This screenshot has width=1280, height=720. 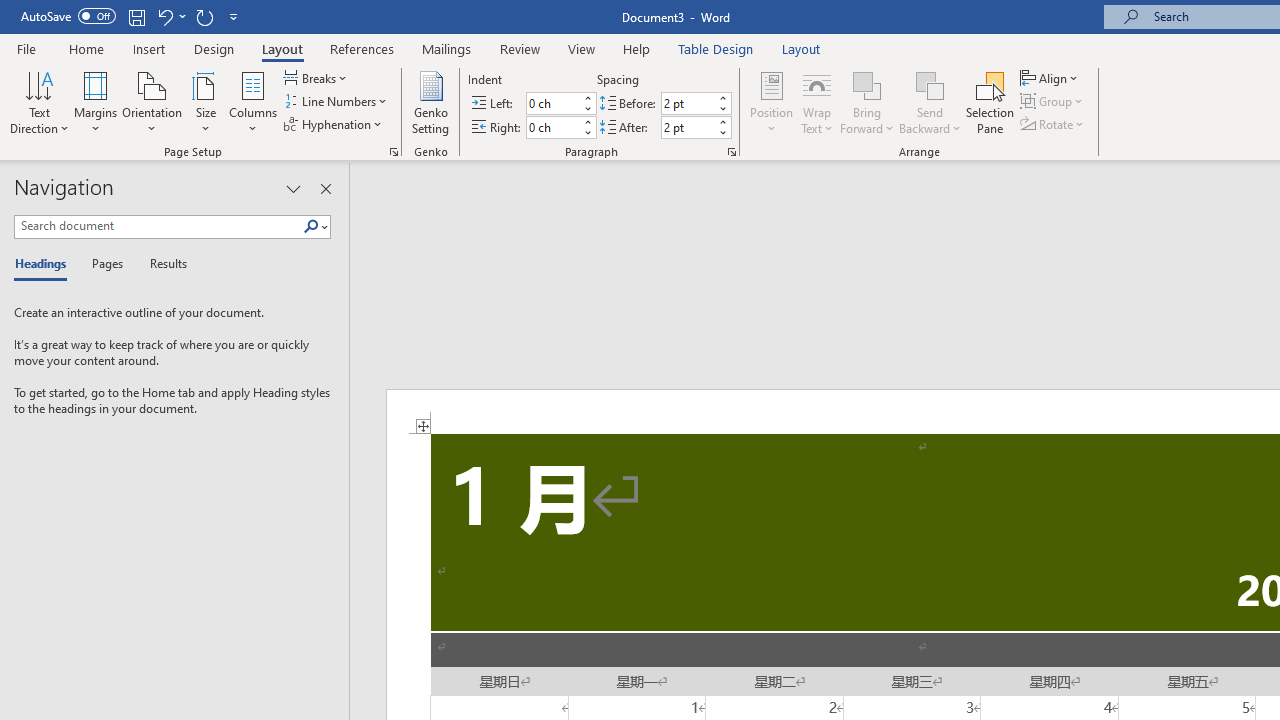 I want to click on 'Selection Pane...', so click(x=990, y=103).